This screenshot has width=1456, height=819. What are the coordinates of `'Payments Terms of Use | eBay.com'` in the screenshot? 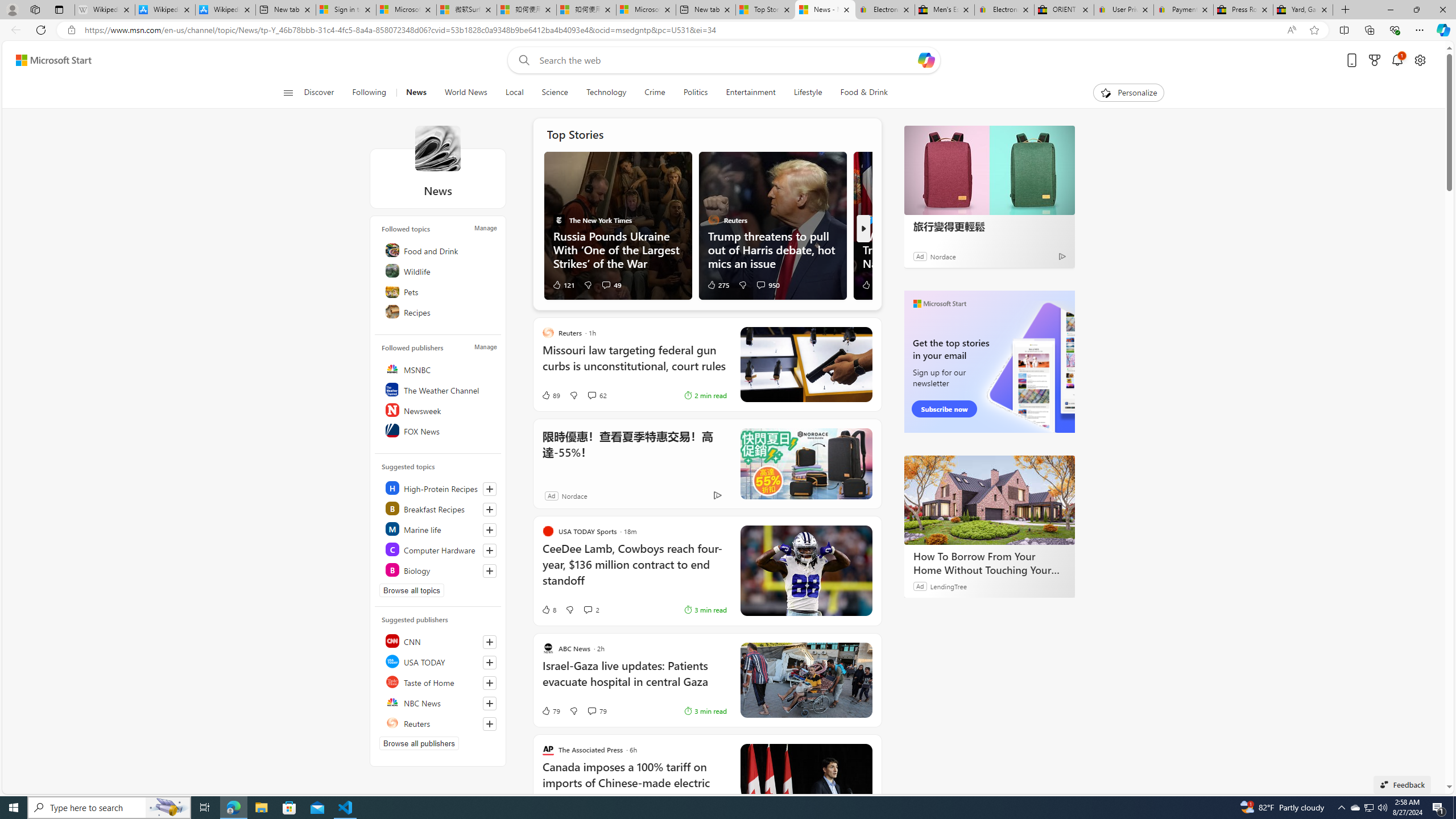 It's located at (1183, 9).